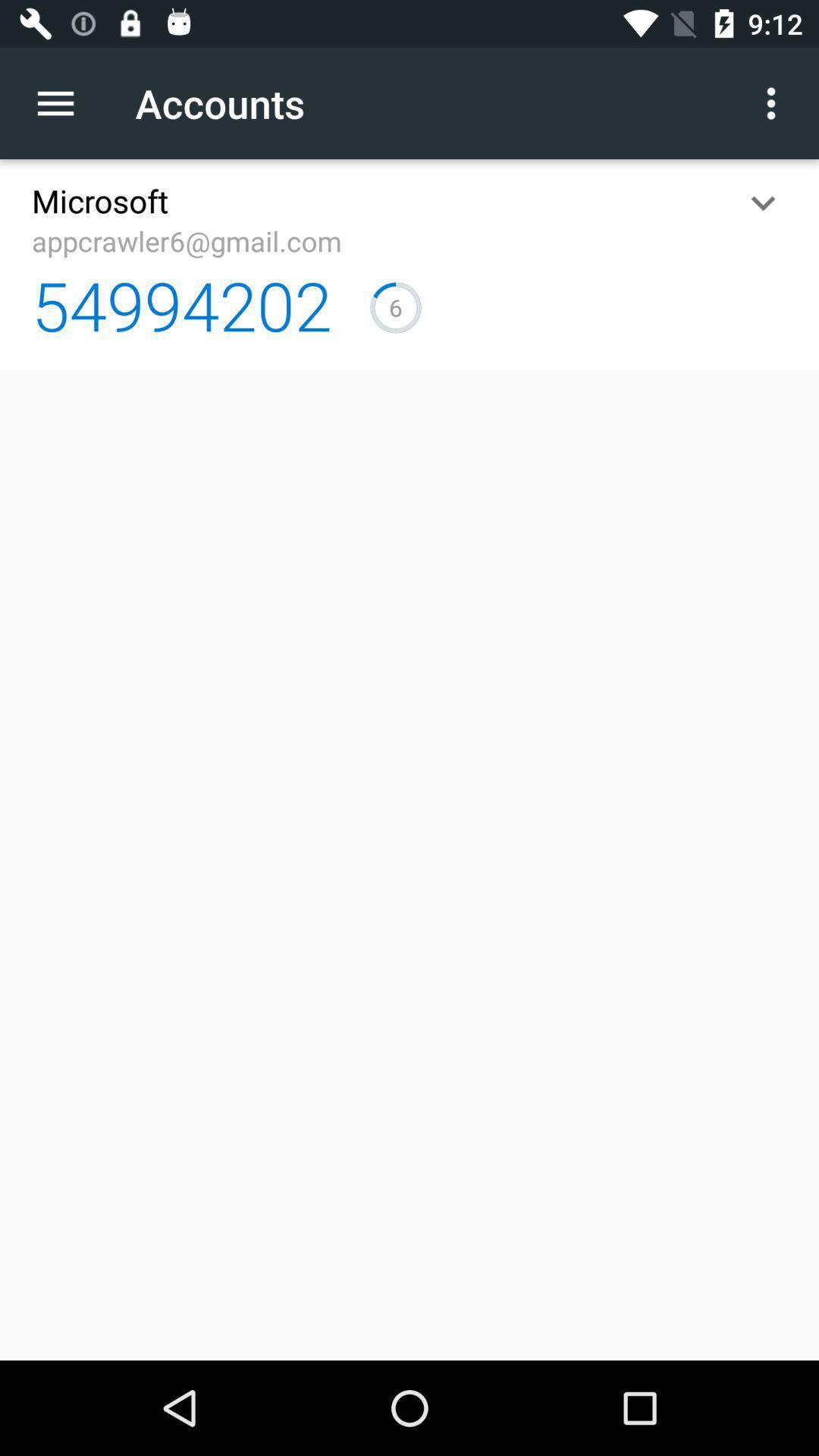  What do you see at coordinates (394, 306) in the screenshot?
I see `the icon next to 54994202 item` at bounding box center [394, 306].